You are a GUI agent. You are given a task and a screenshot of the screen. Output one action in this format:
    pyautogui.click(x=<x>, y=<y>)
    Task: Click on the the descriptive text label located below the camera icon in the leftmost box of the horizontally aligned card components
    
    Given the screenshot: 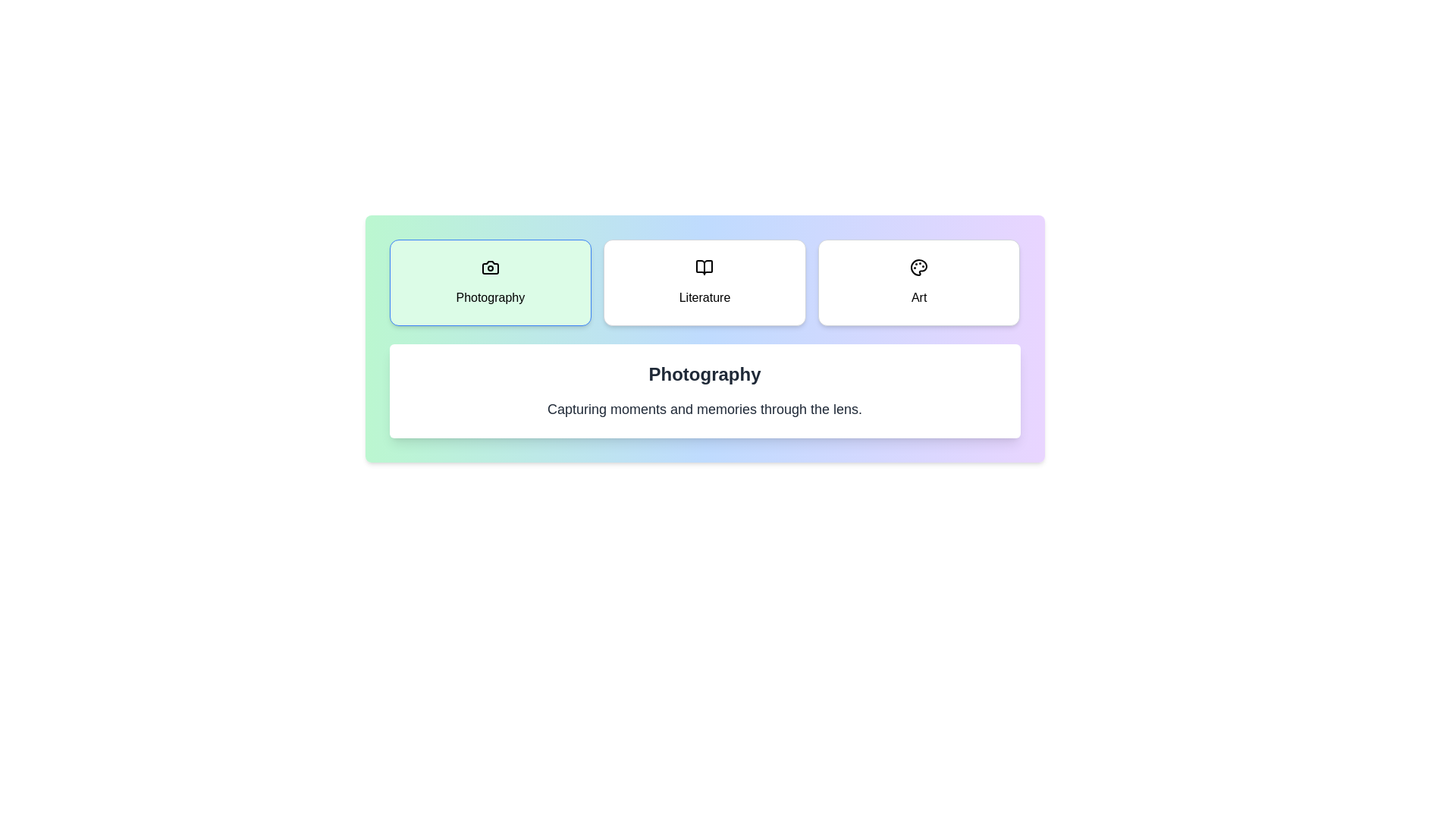 What is the action you would take?
    pyautogui.click(x=490, y=298)
    